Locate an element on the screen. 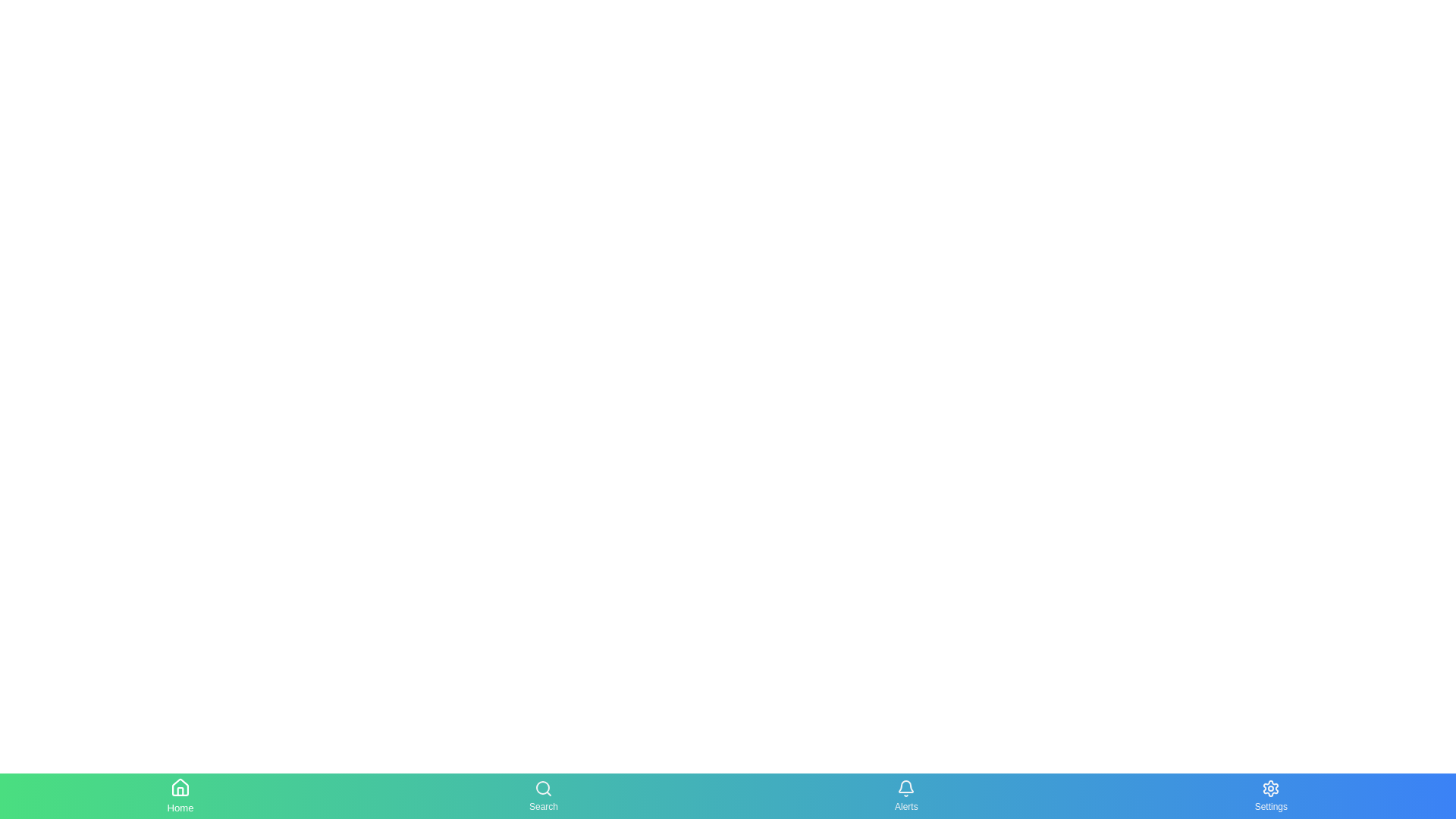 The height and width of the screenshot is (819, 1456). the navigation item labeled 'Home' is located at coordinates (180, 795).